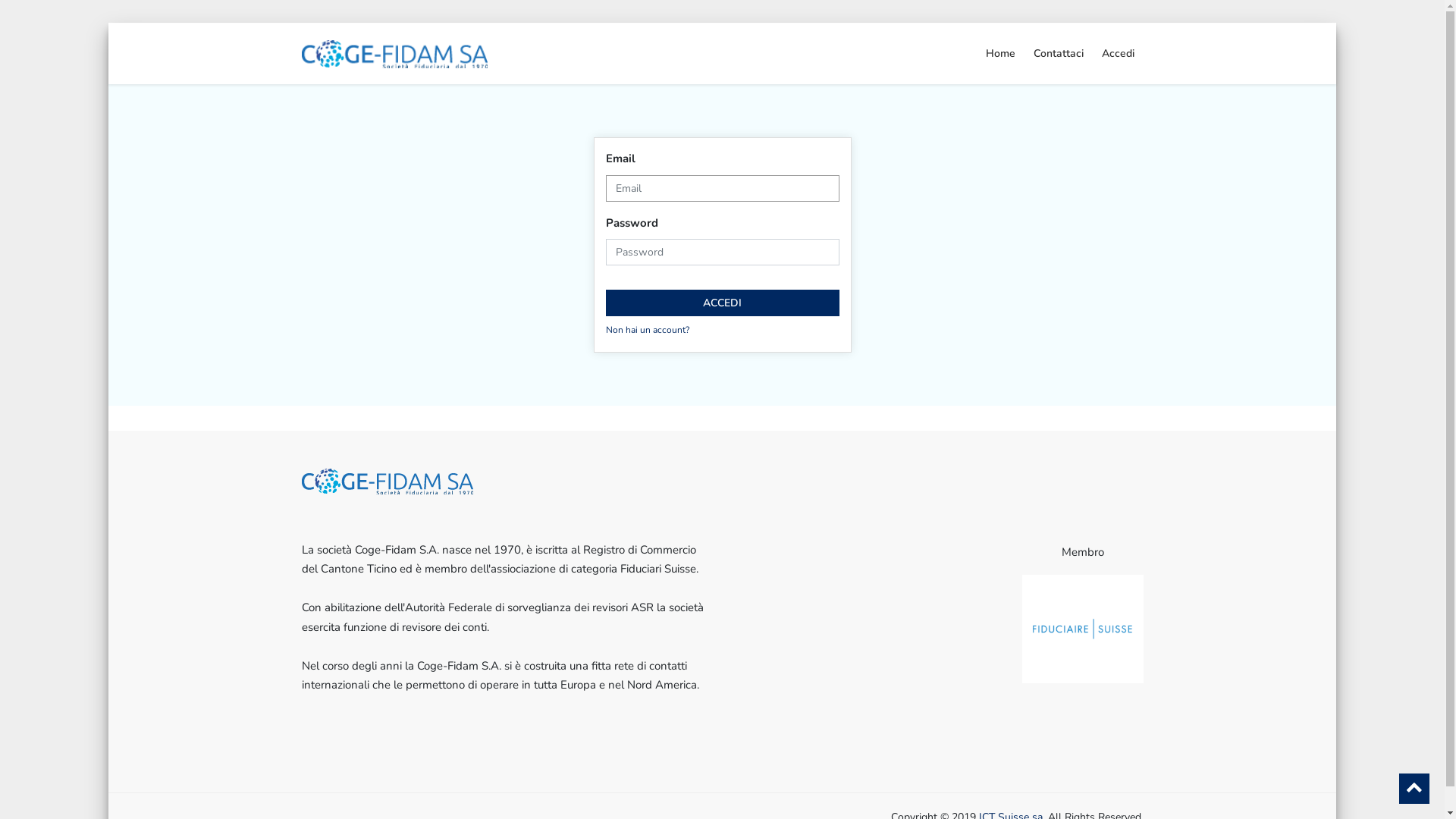  What do you see at coordinates (720, 303) in the screenshot?
I see `'ACCEDI'` at bounding box center [720, 303].